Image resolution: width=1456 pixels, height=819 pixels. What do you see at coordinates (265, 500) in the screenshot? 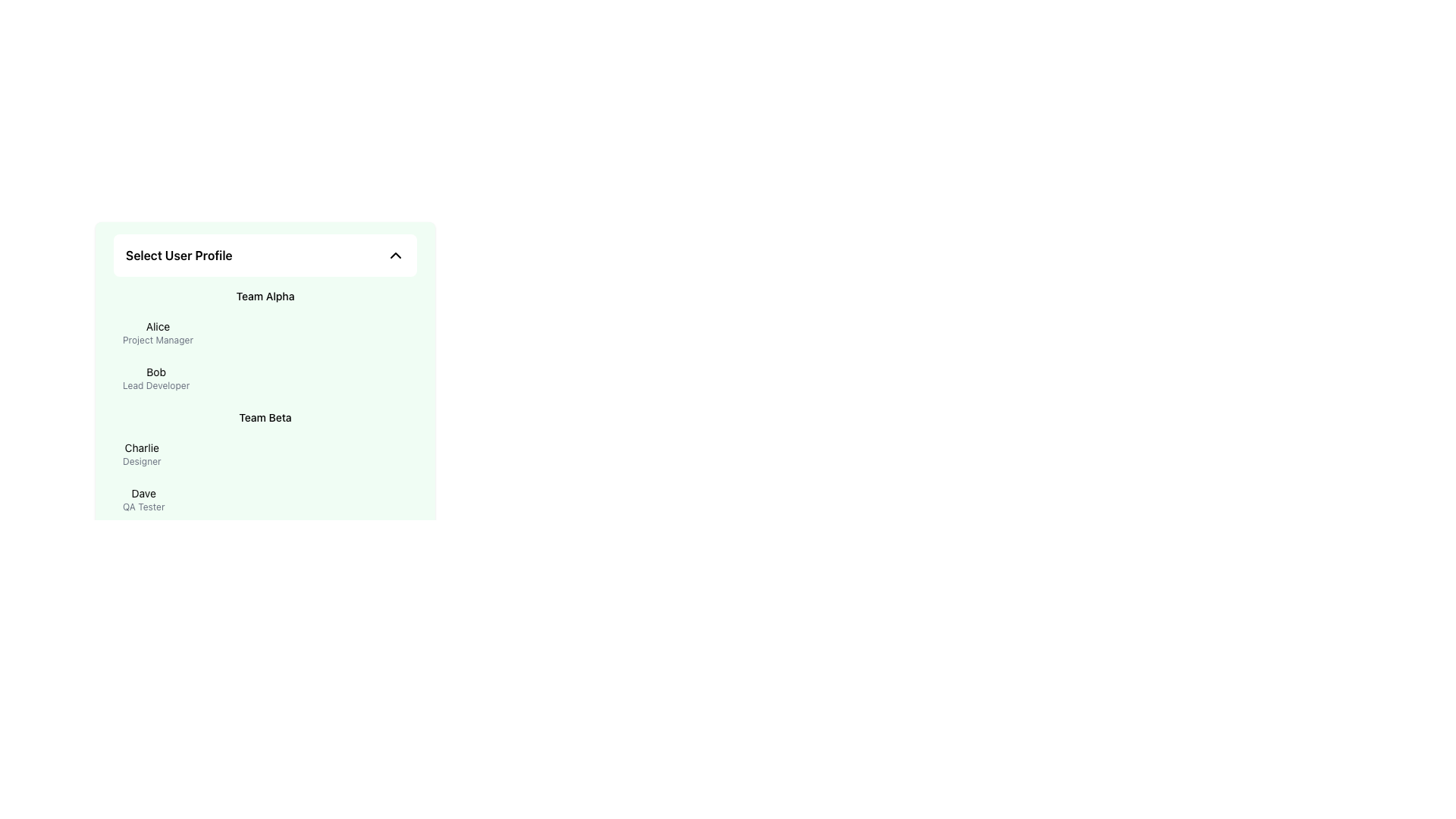
I see `the list item labeled 'Dave', which is a user profile entry under 'Charlie Designer'` at bounding box center [265, 500].